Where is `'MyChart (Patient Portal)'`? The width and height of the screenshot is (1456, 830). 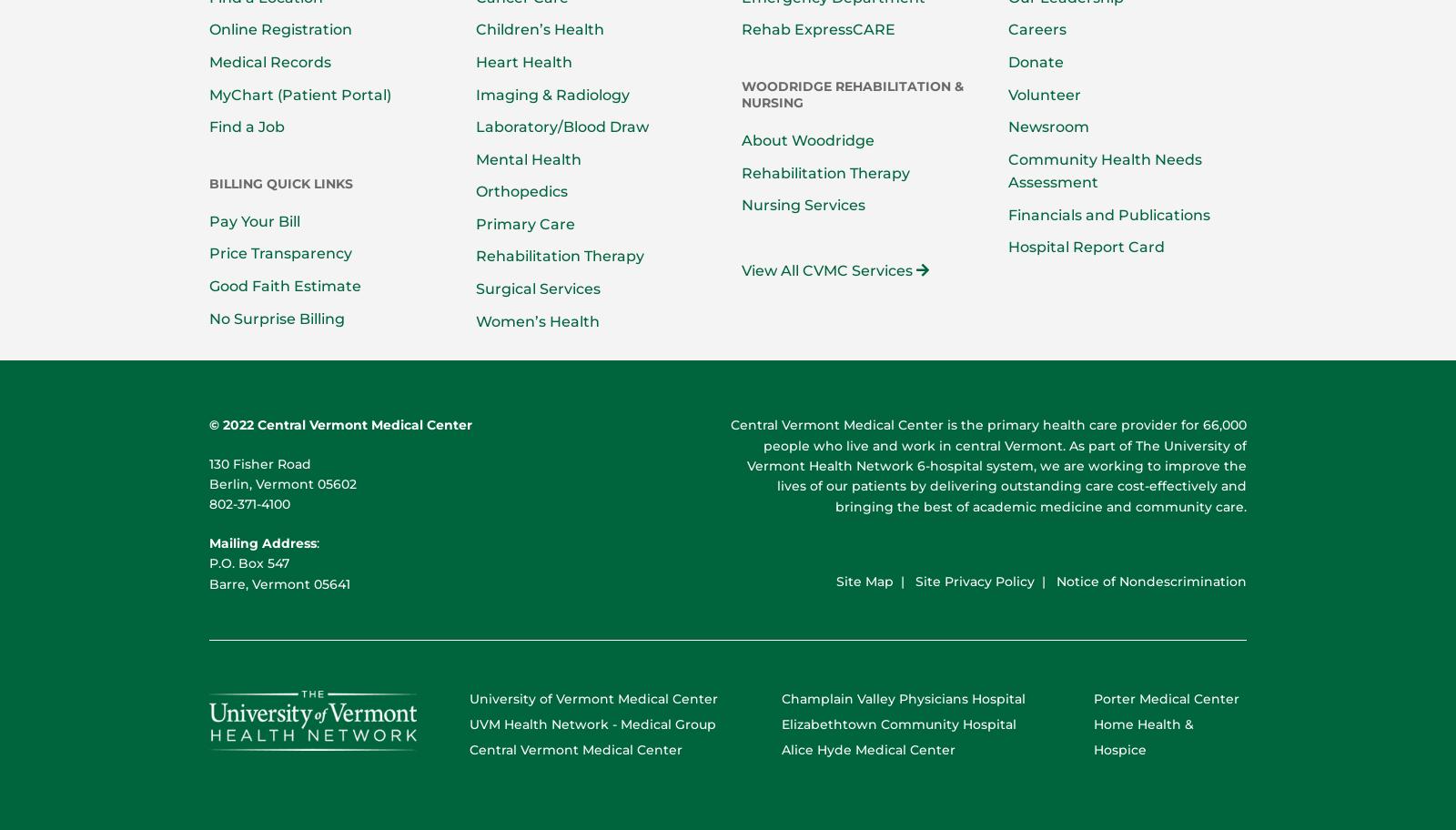
'MyChart (Patient Portal)' is located at coordinates (299, 94).